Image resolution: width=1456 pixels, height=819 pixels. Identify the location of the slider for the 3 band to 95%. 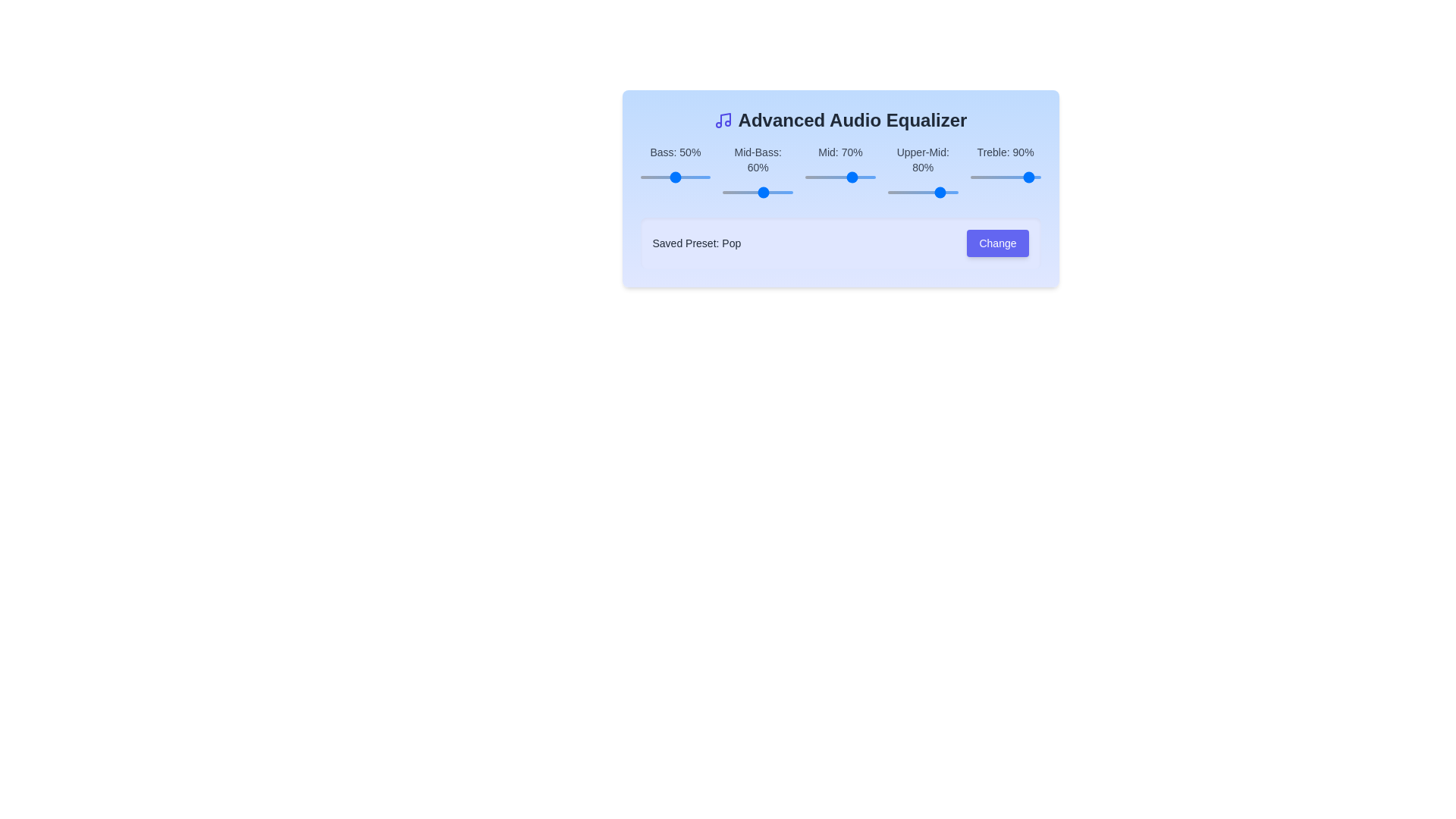
(995, 192).